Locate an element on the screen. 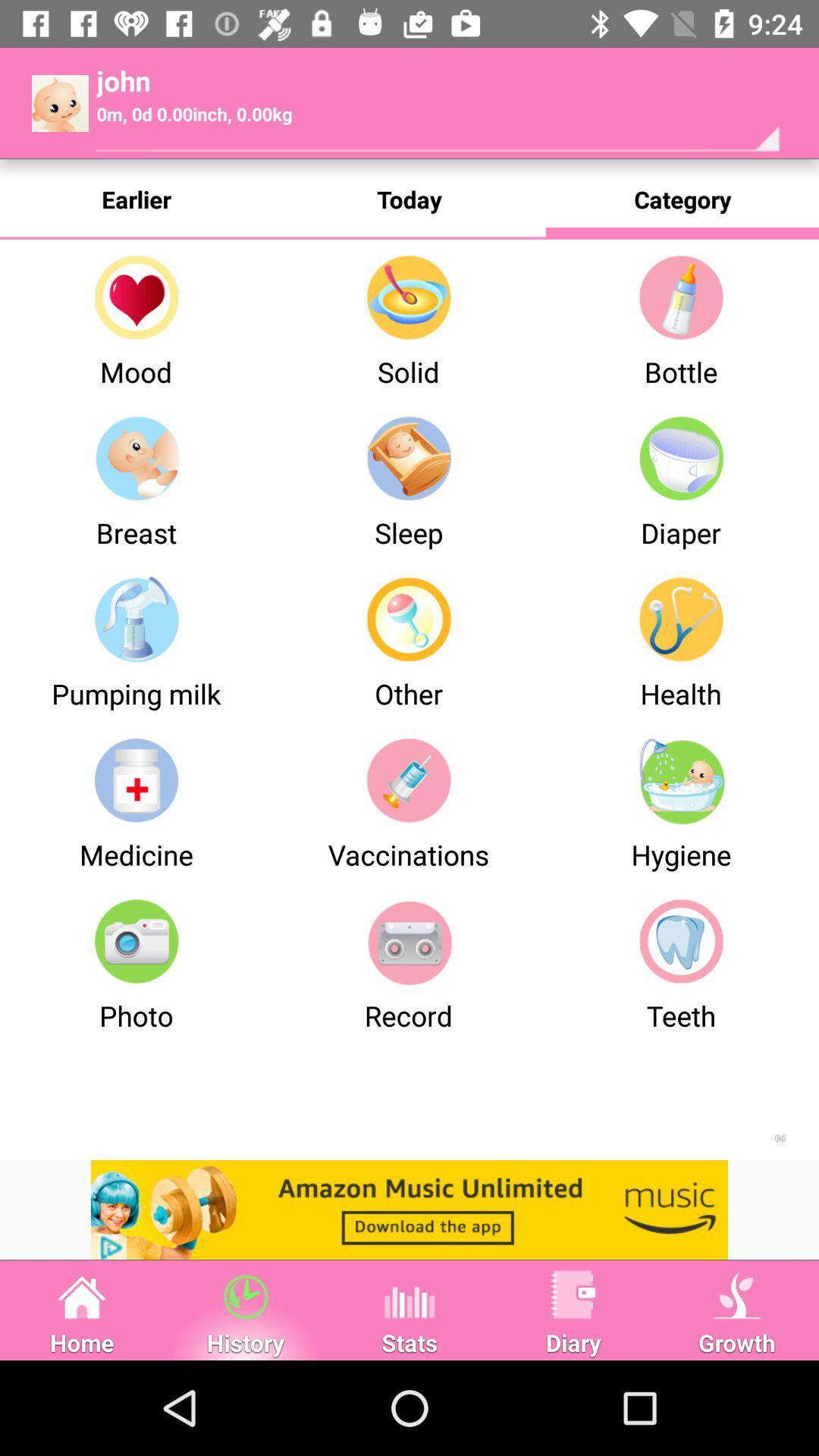  follow the banner is located at coordinates (409, 1209).